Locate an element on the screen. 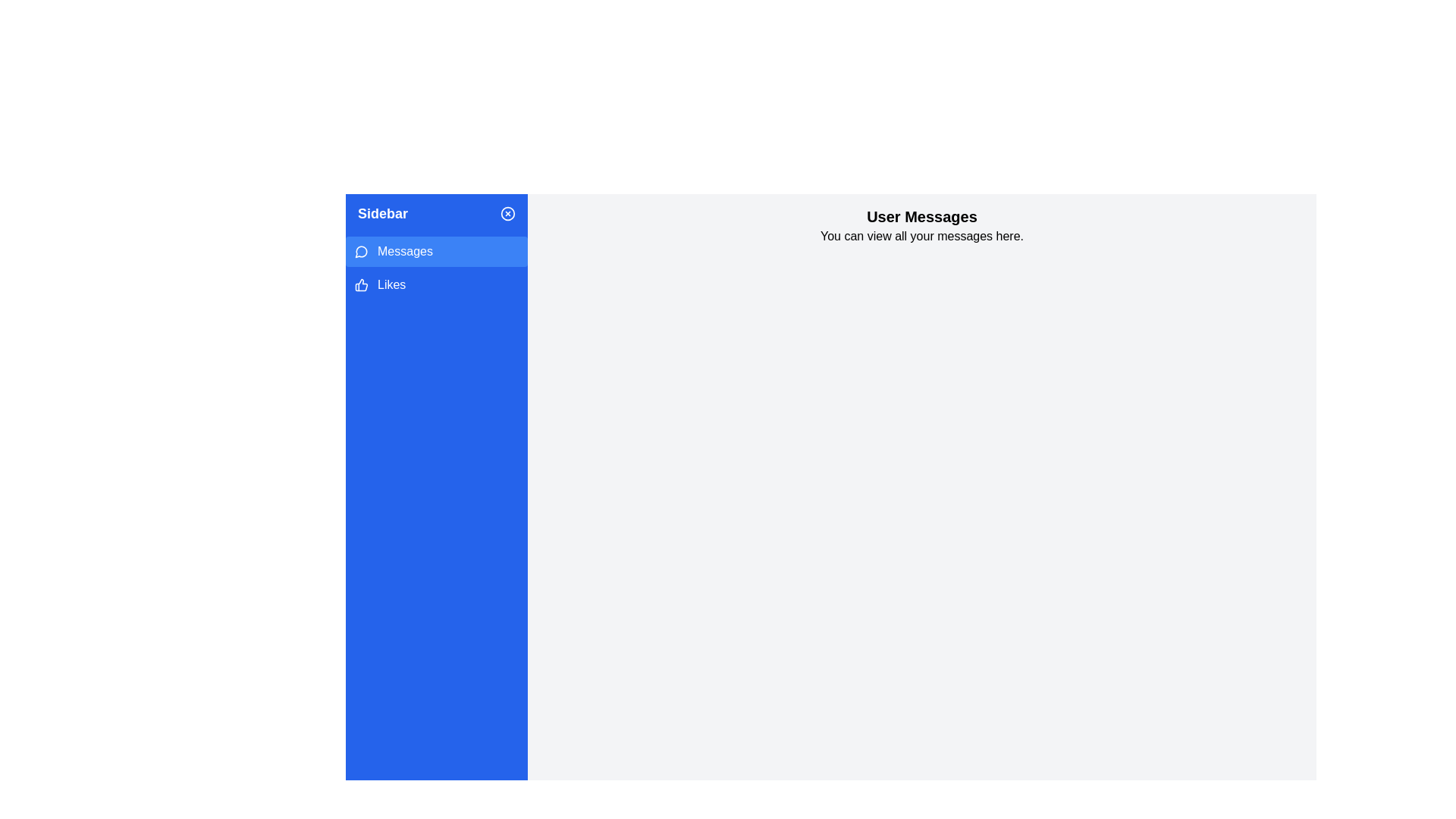 This screenshot has height=819, width=1456. the 'Likes' text label located in the sidebar, immediately following the thumbs-up icon, to interact with the section is located at coordinates (391, 284).